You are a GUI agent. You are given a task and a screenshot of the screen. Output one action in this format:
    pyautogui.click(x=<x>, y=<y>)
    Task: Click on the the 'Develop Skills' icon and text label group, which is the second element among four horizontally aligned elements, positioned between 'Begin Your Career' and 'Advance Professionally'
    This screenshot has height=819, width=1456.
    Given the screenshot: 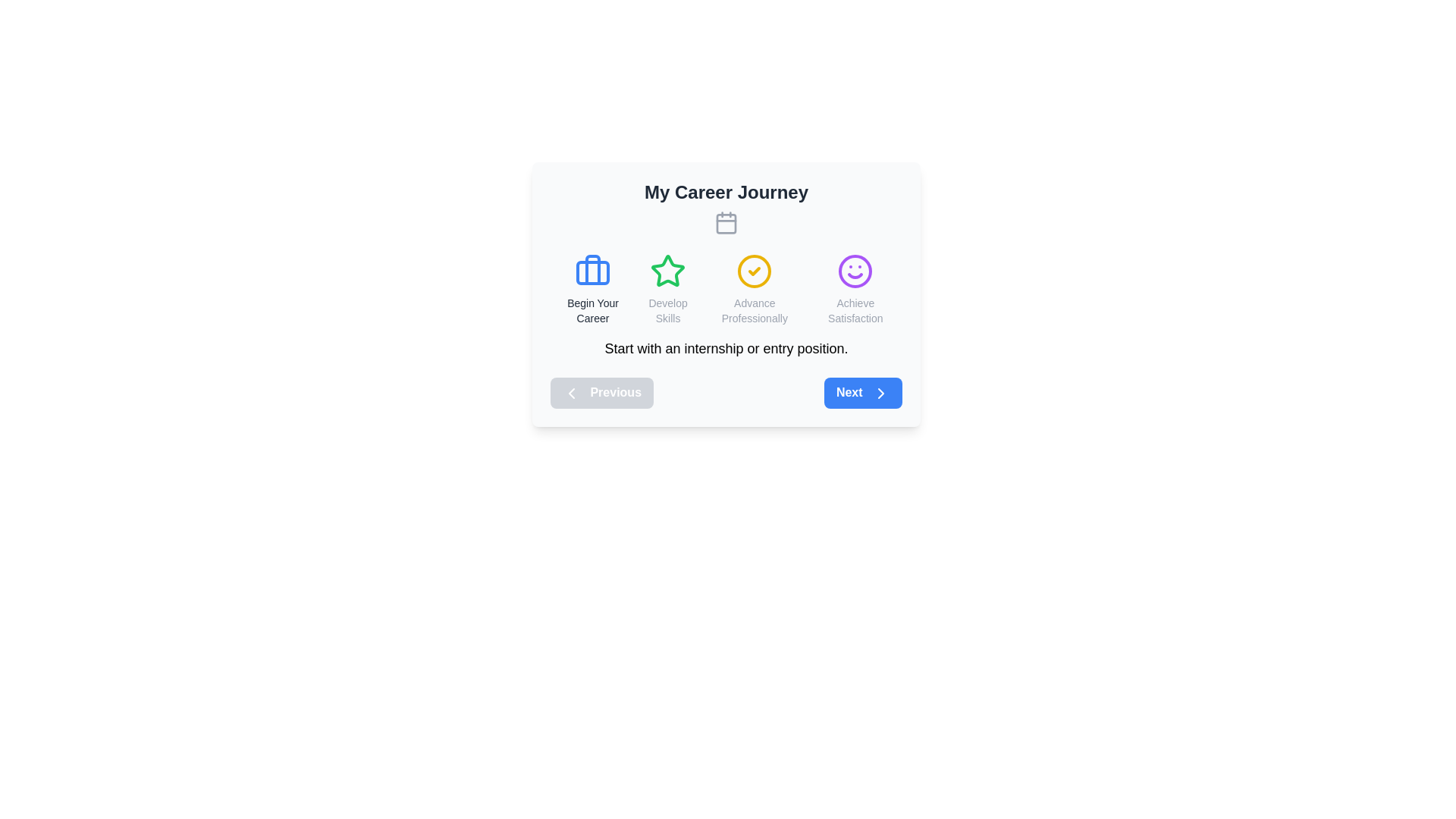 What is the action you would take?
    pyautogui.click(x=667, y=289)
    